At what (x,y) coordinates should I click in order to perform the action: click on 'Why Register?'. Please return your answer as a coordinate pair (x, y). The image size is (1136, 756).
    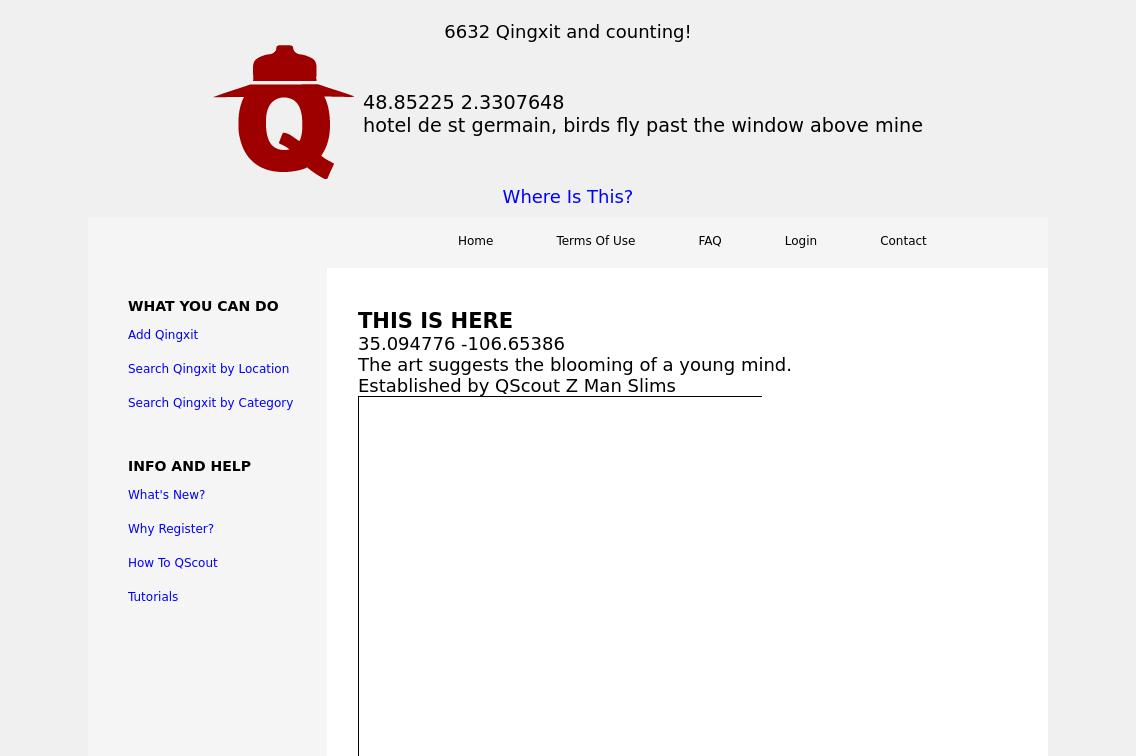
    Looking at the image, I should click on (169, 528).